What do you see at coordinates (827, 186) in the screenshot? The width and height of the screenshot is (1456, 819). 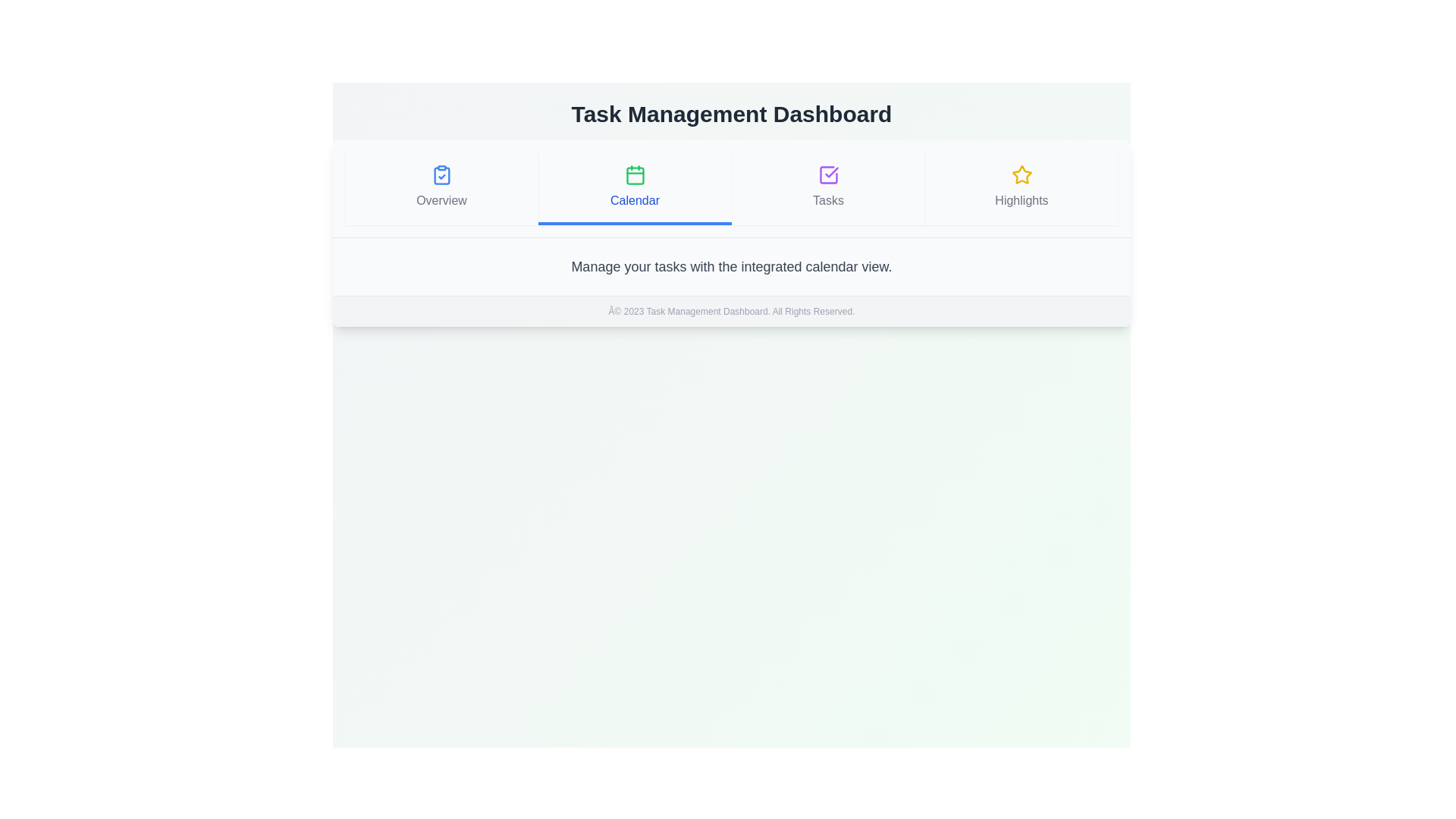 I see `the Navigation button with an icon and textual label` at bounding box center [827, 186].